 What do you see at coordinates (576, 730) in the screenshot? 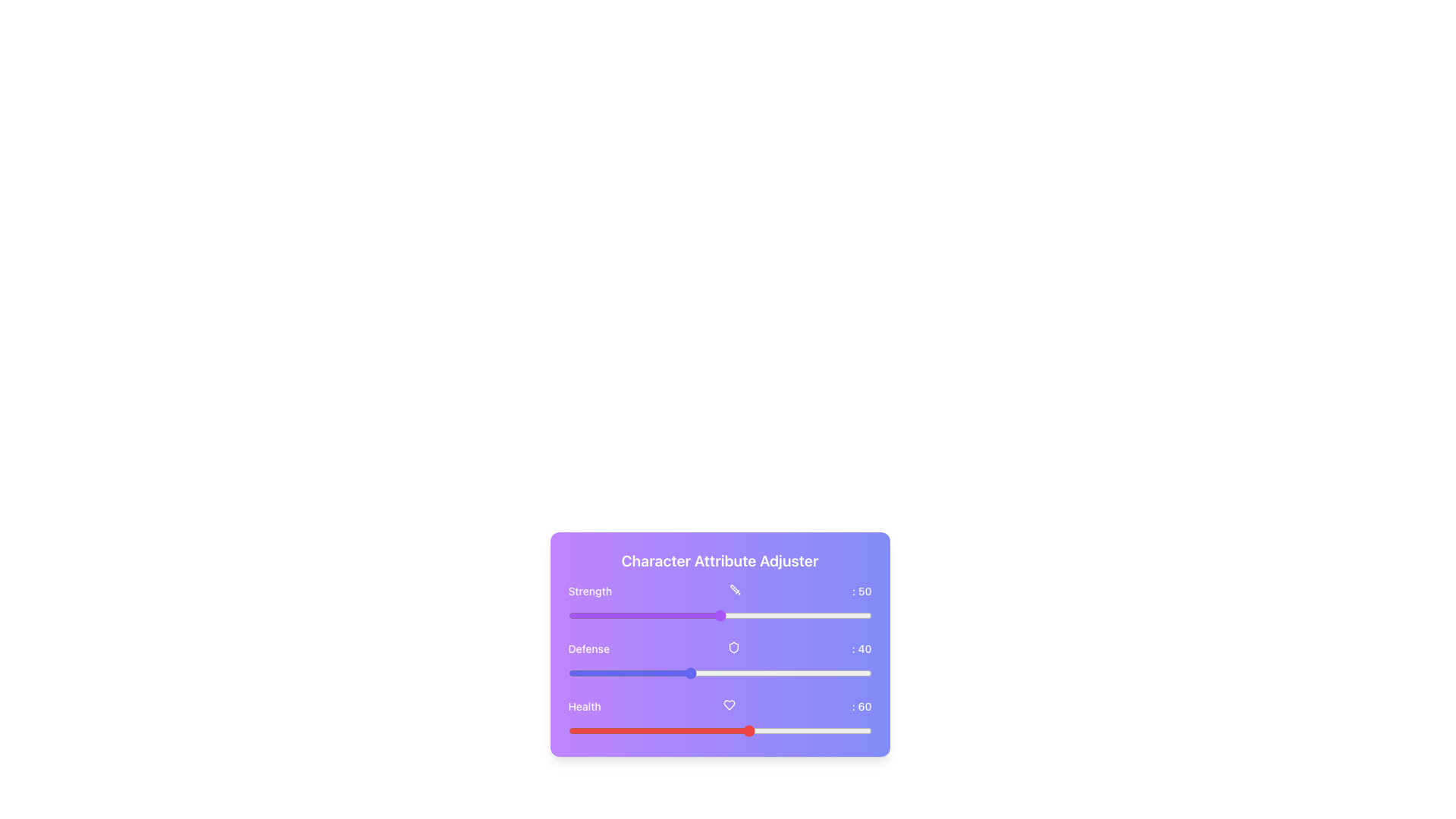
I see `health` at bounding box center [576, 730].